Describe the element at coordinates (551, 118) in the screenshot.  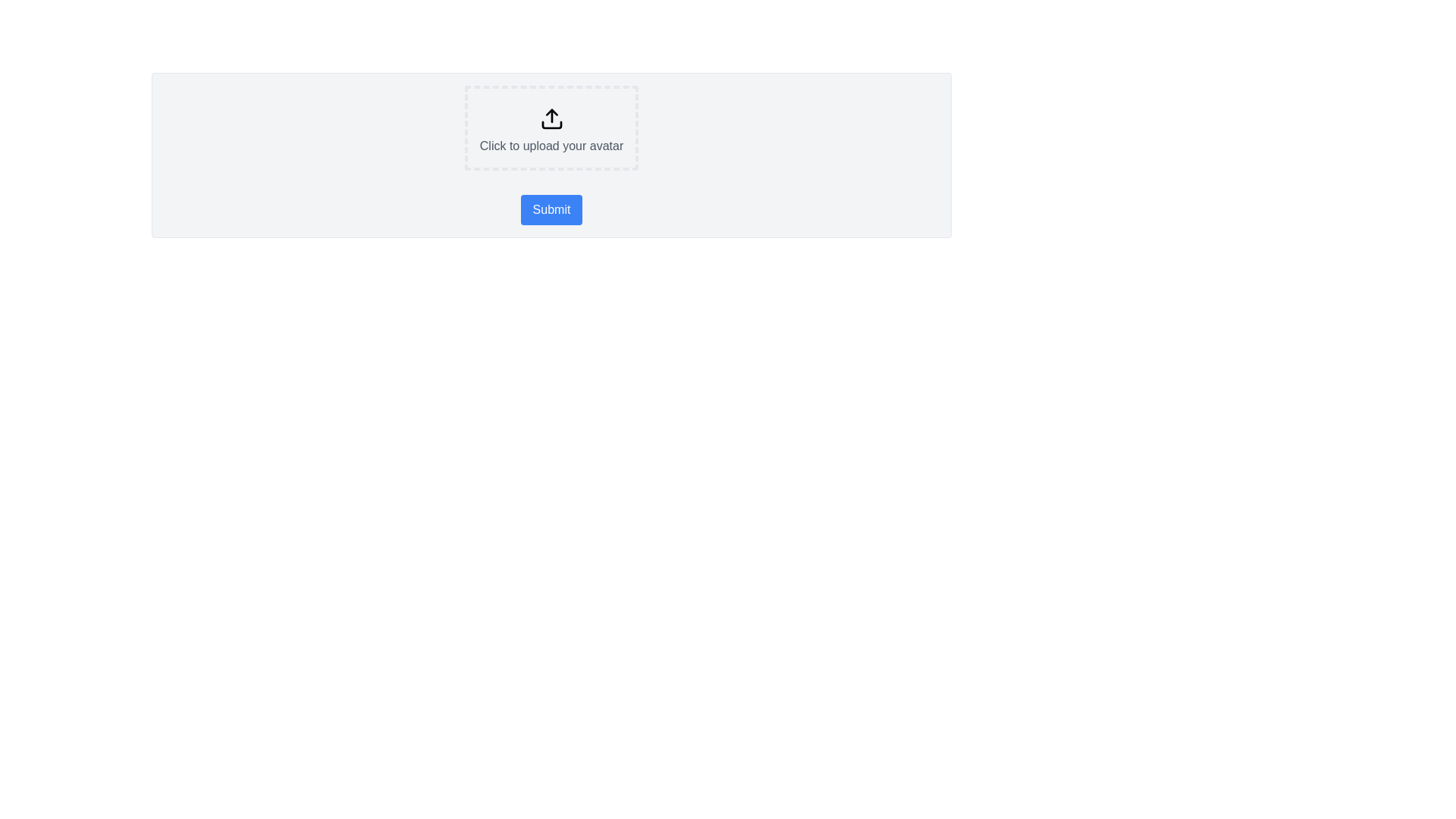
I see `the upload icon, which features an upward-pointing arrow inside a rectangular outline, located above the text 'Click to upload your avatar'` at that location.